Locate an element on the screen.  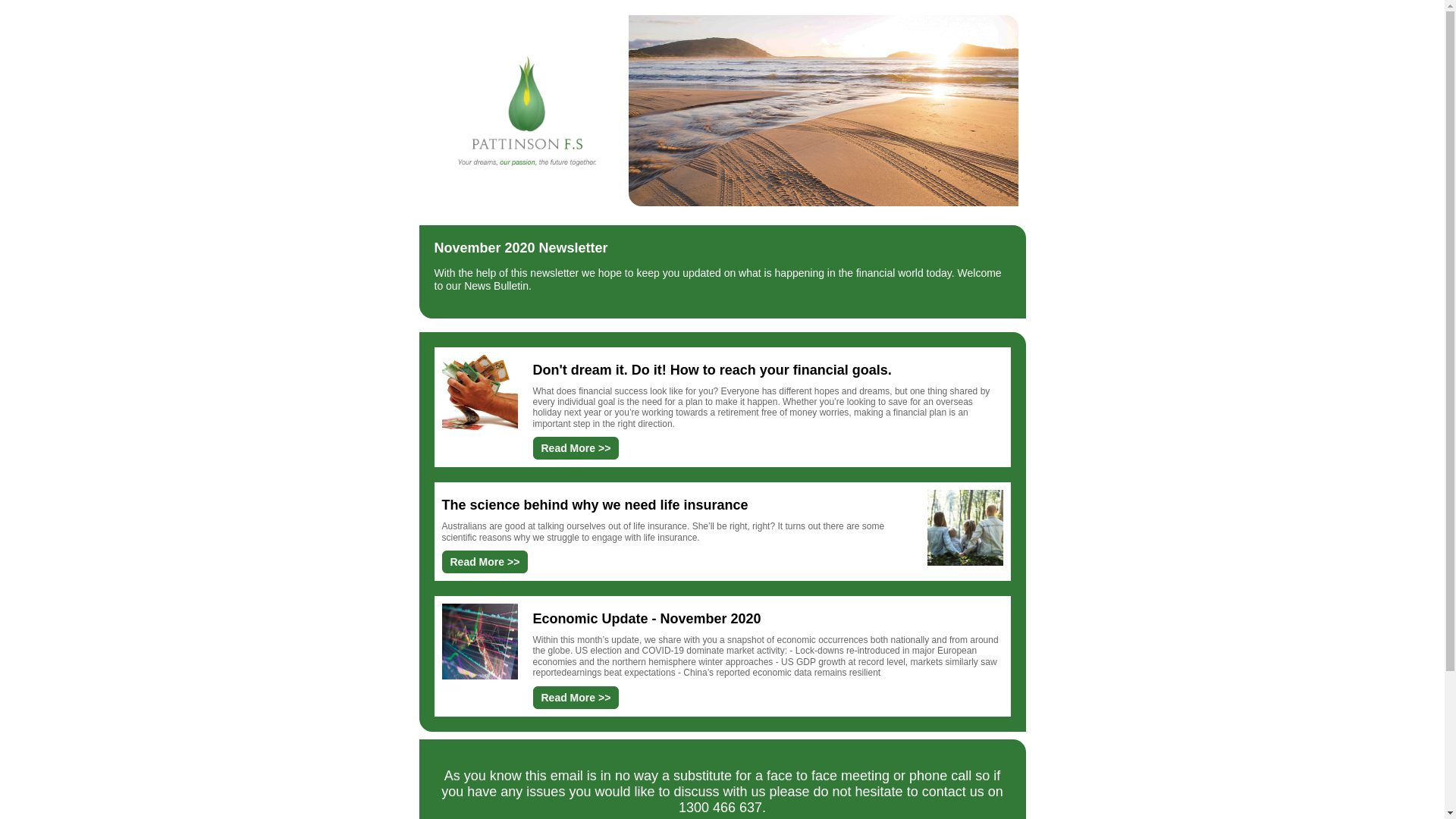
'Read More >>' is located at coordinates (574, 447).